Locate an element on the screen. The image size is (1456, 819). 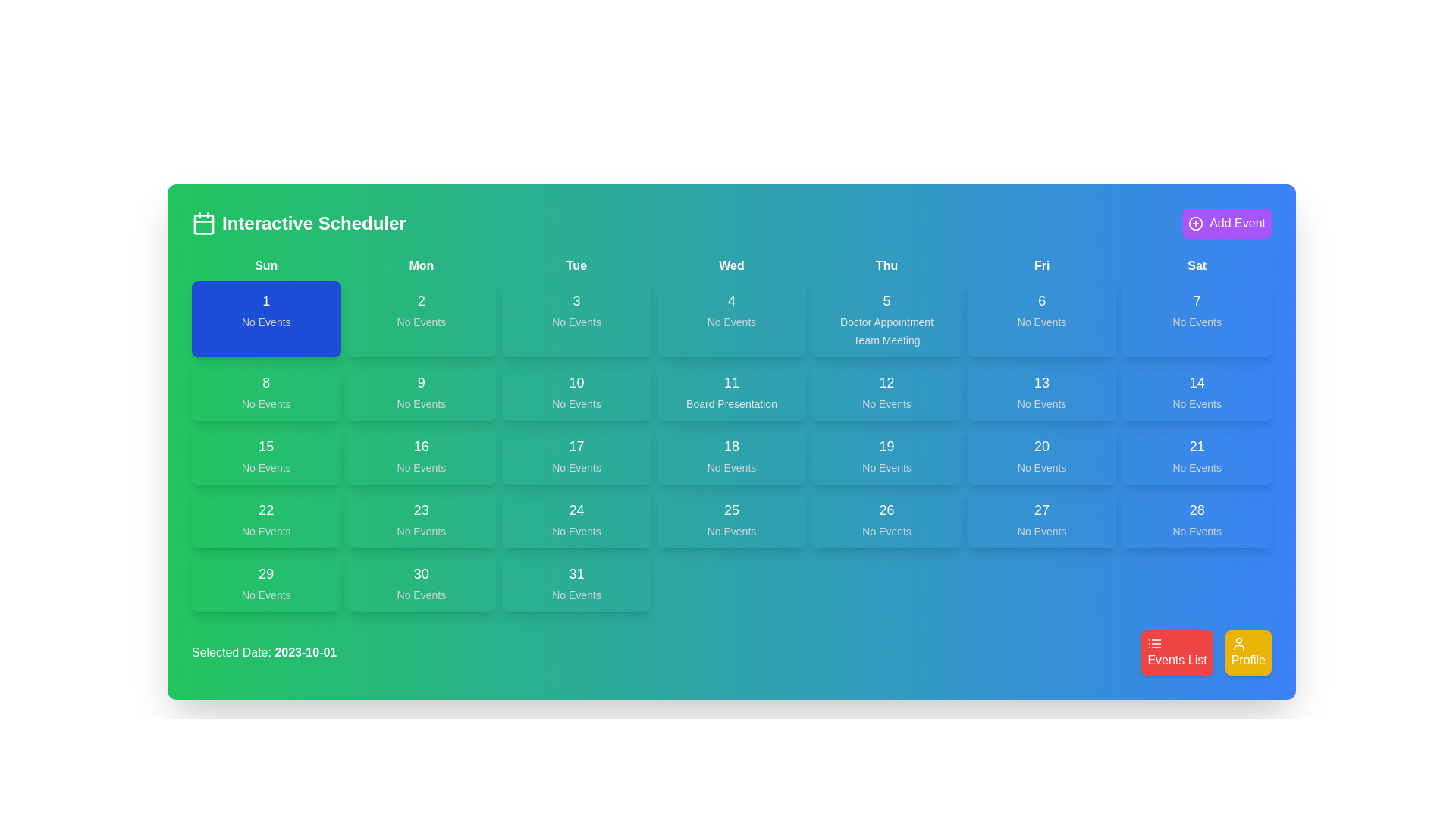
the static text label displaying 'Wed' in bold white text, which is the fourth entry in the calendar week layout is located at coordinates (731, 265).